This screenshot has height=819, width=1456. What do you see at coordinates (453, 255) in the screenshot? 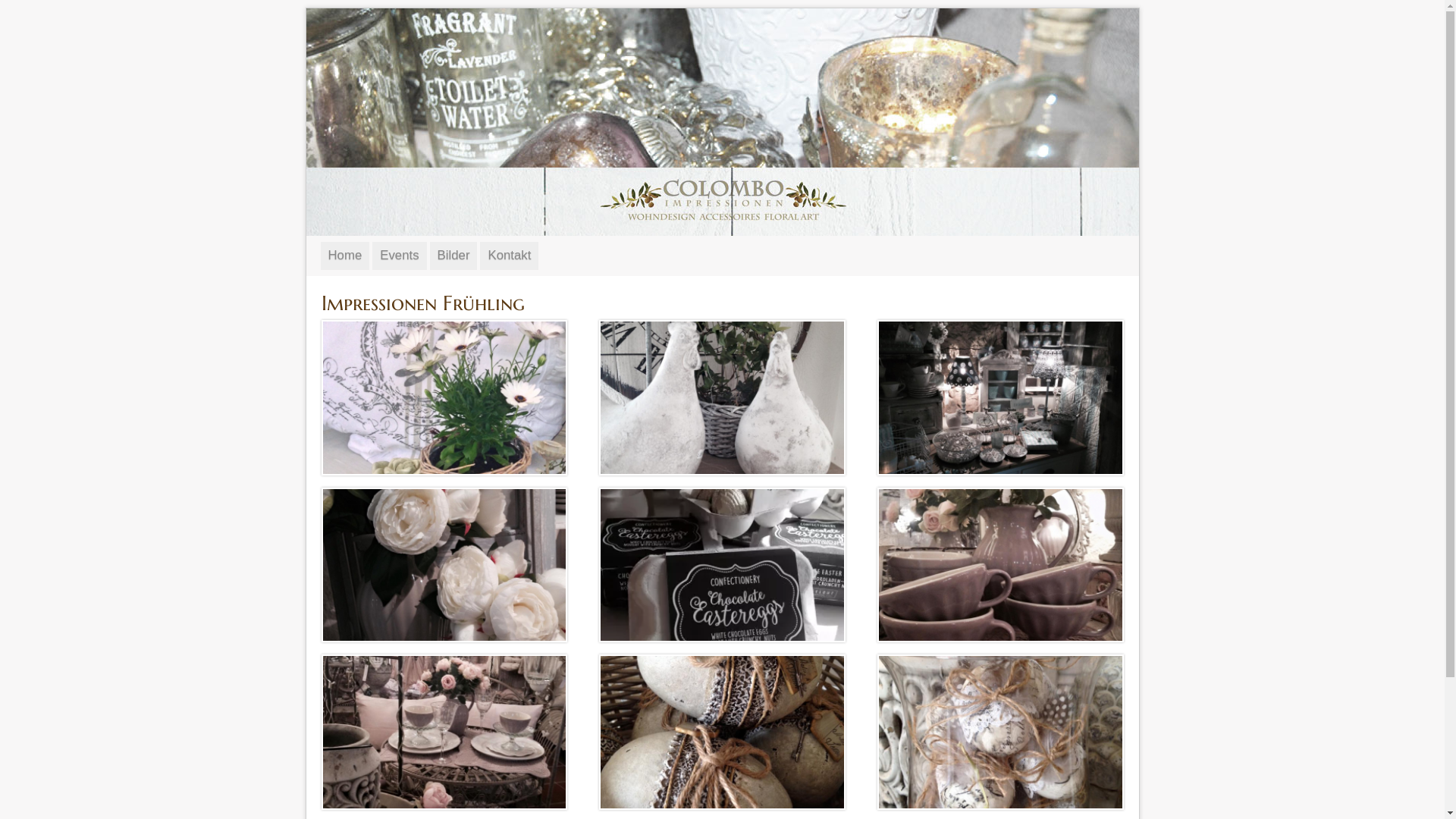
I see `'Bilder'` at bounding box center [453, 255].